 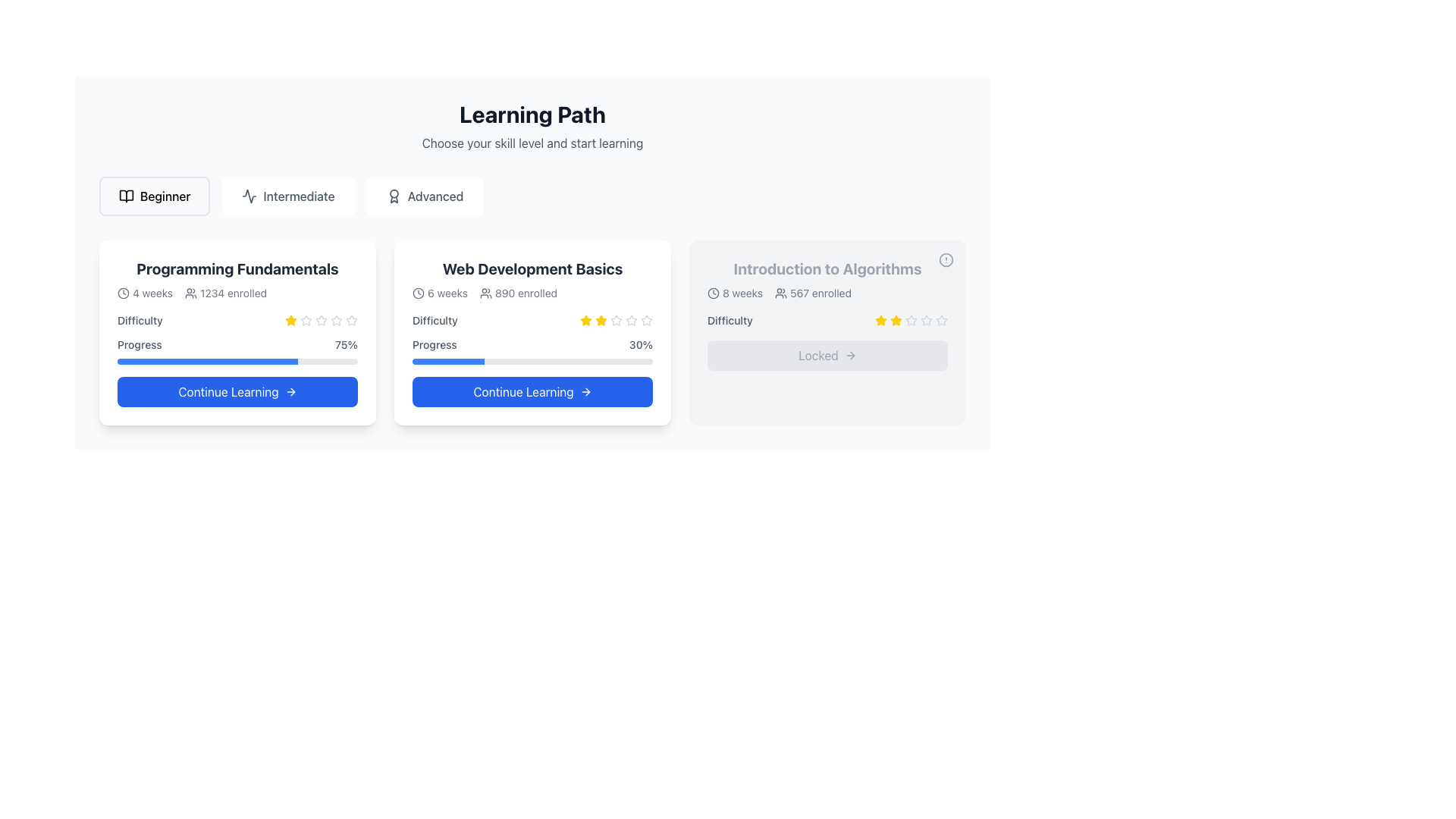 What do you see at coordinates (820, 293) in the screenshot?
I see `enrollment information from the static text located in the third card titled 'Introduction to Algorithms', which is positioned below the card title and duration details` at bounding box center [820, 293].